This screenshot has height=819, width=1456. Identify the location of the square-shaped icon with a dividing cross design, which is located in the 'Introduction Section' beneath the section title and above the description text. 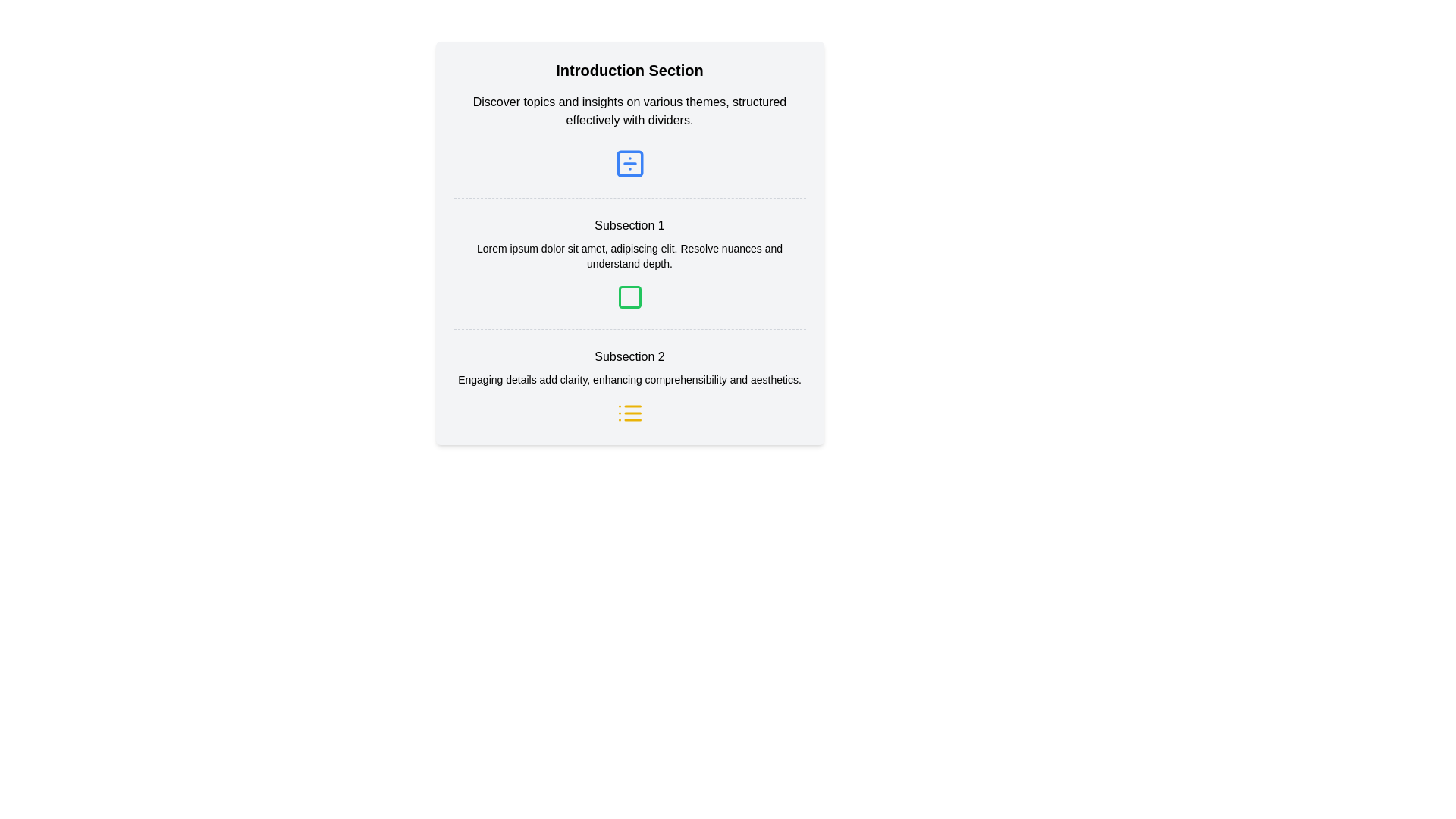
(629, 164).